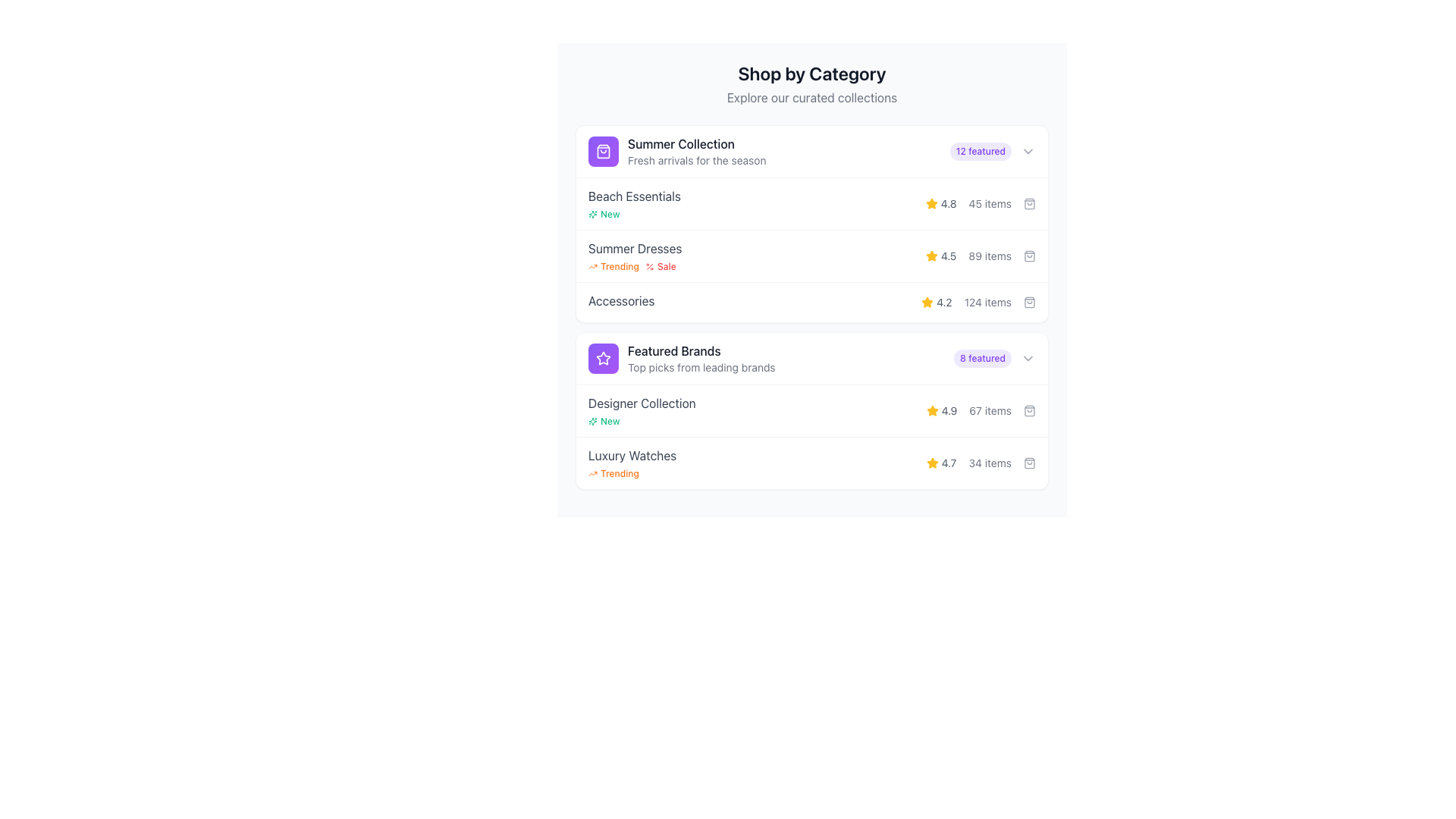 Image resolution: width=1456 pixels, height=819 pixels. What do you see at coordinates (592, 214) in the screenshot?
I see `the SVG icon resembling sparkles, which is styled with the class 'lucide-sparkles' and positioned to the left of the 'New' label` at bounding box center [592, 214].